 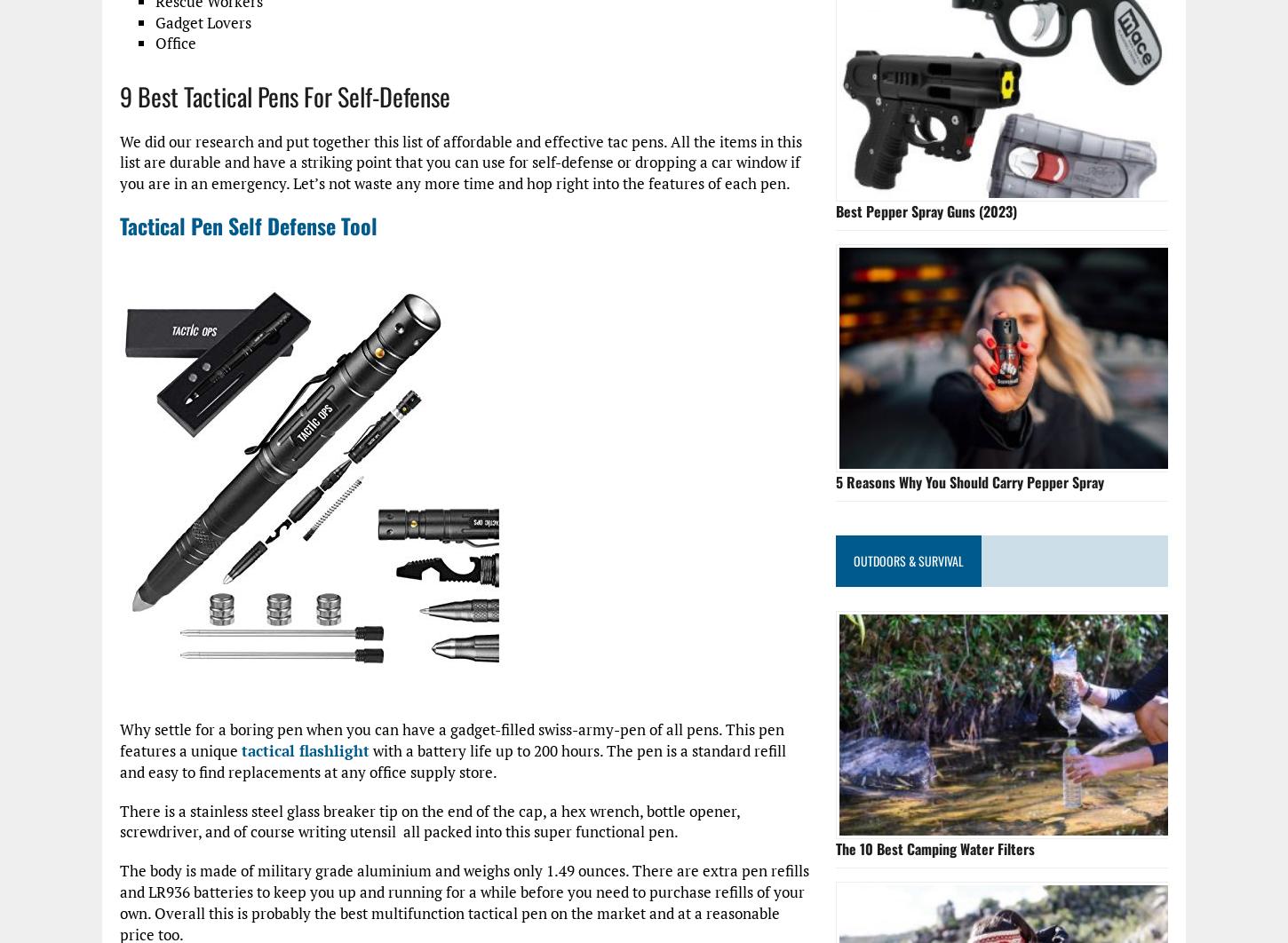 I want to click on '9 Best Tactical Pens For Self-Defense', so click(x=285, y=96).